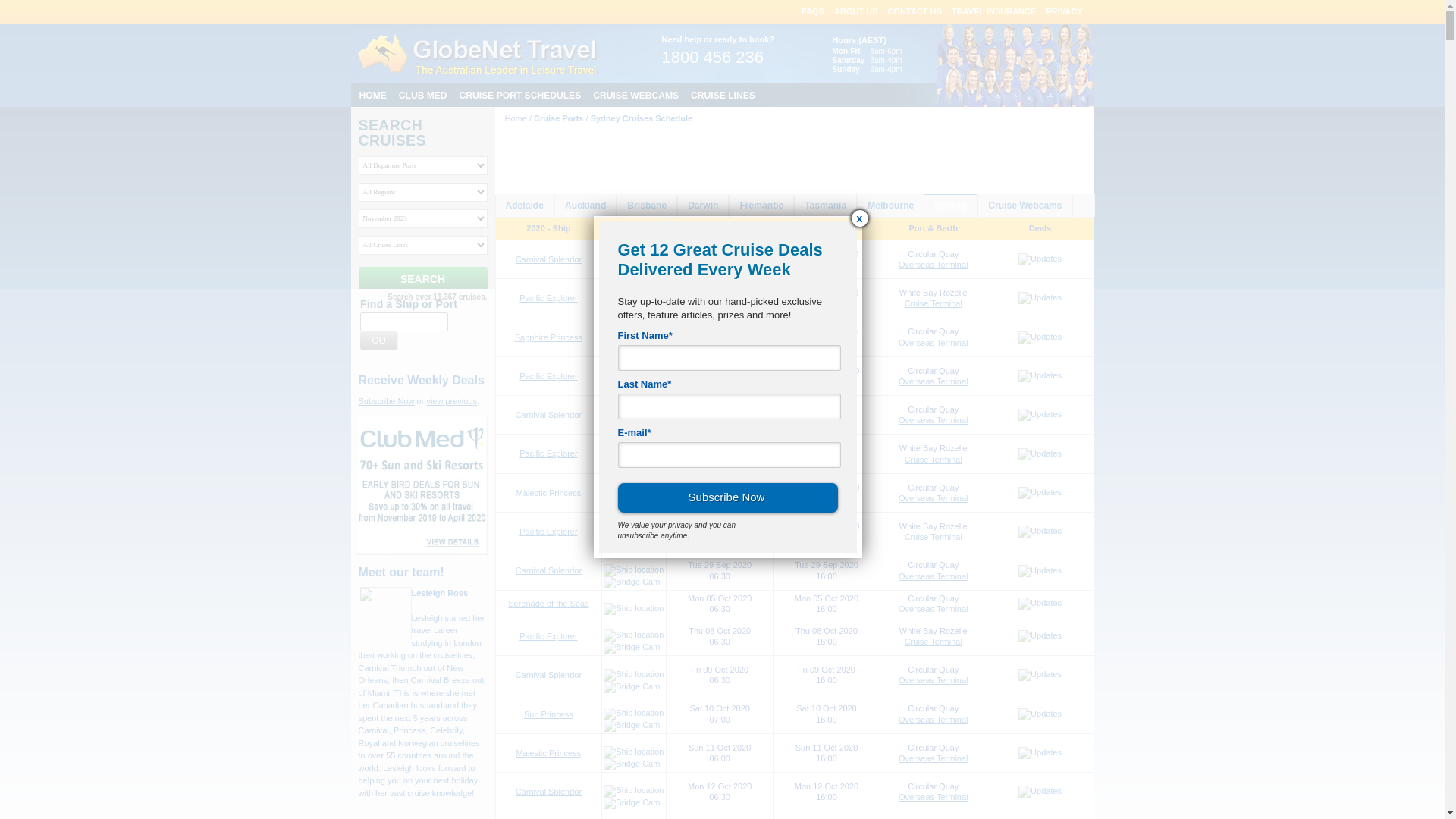 This screenshot has height=819, width=1456. What do you see at coordinates (890, 206) in the screenshot?
I see `'Melbourne'` at bounding box center [890, 206].